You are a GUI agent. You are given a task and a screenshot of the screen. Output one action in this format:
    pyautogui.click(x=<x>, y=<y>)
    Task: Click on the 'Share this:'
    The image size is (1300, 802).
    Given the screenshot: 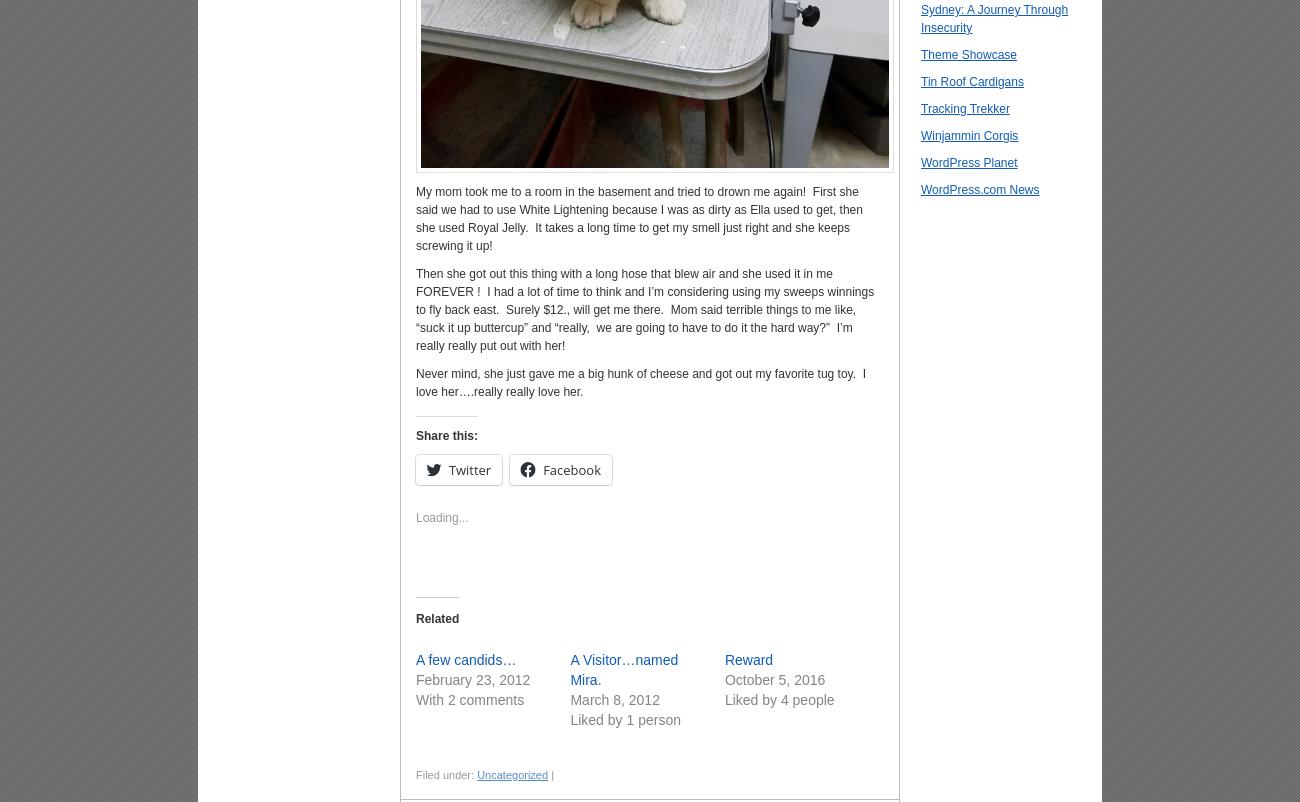 What is the action you would take?
    pyautogui.click(x=445, y=435)
    